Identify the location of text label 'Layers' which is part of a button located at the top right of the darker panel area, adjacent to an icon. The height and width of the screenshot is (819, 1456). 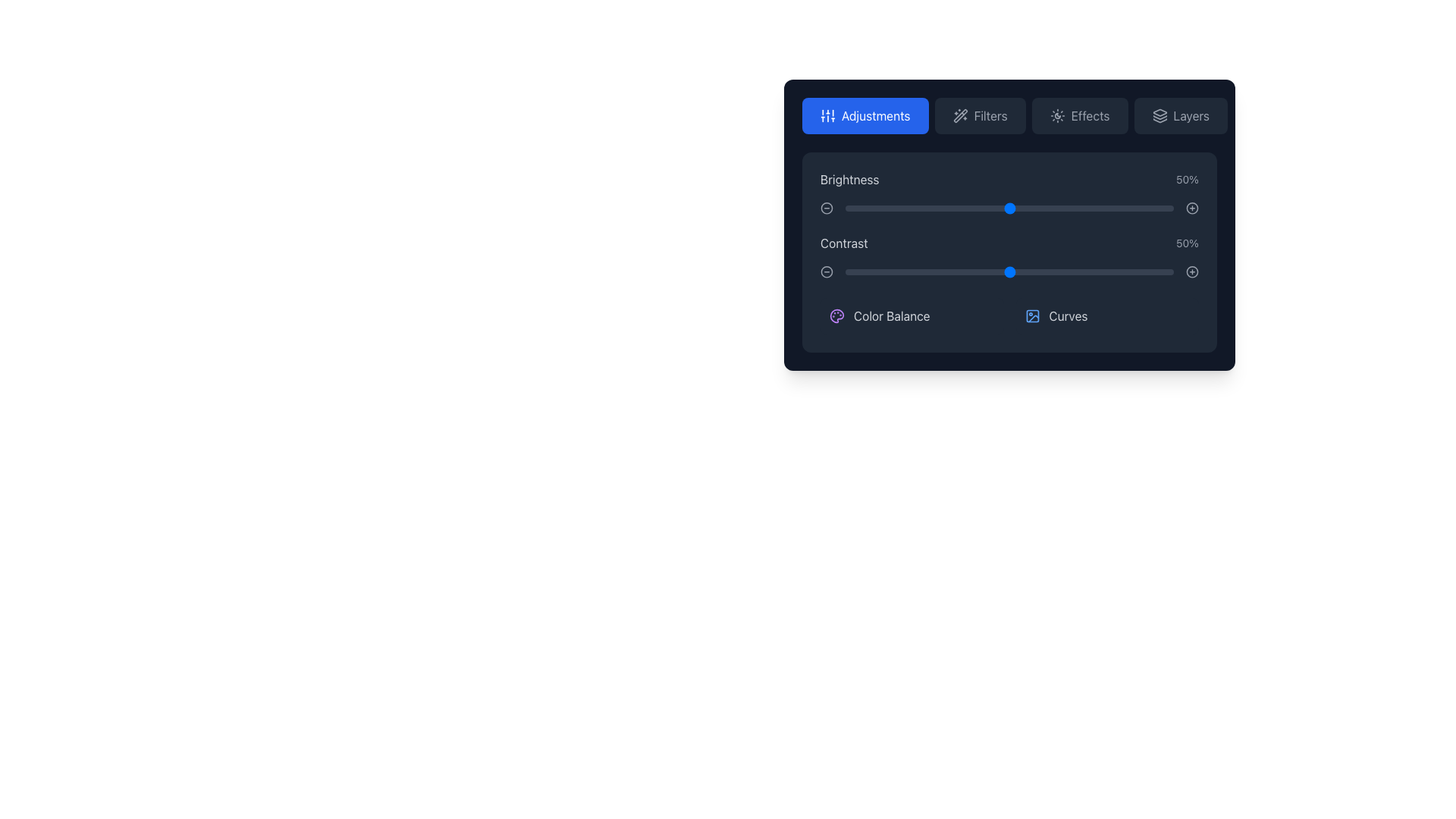
(1191, 115).